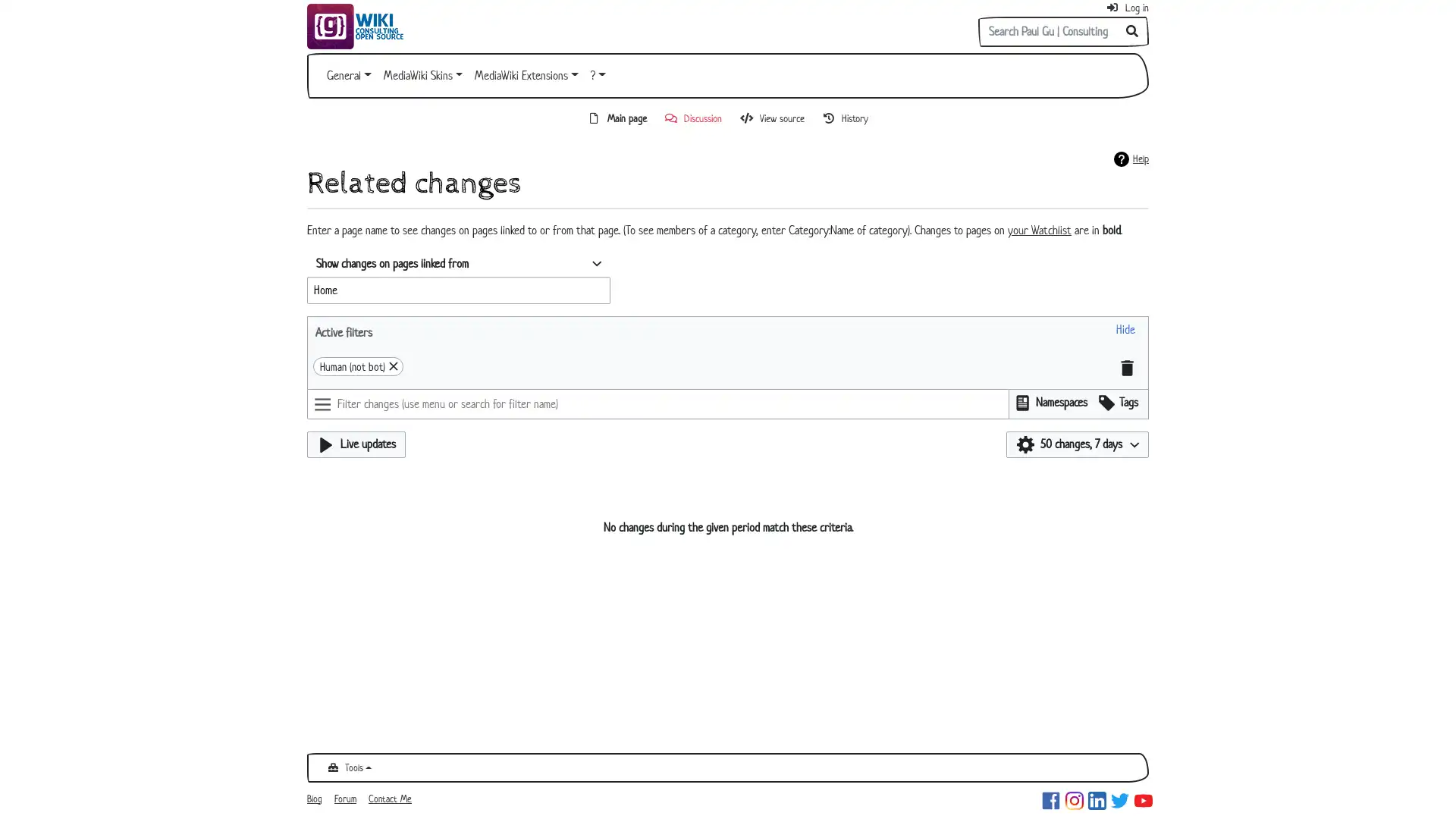 This screenshot has height=819, width=1456. I want to click on Hide, so click(1125, 329).